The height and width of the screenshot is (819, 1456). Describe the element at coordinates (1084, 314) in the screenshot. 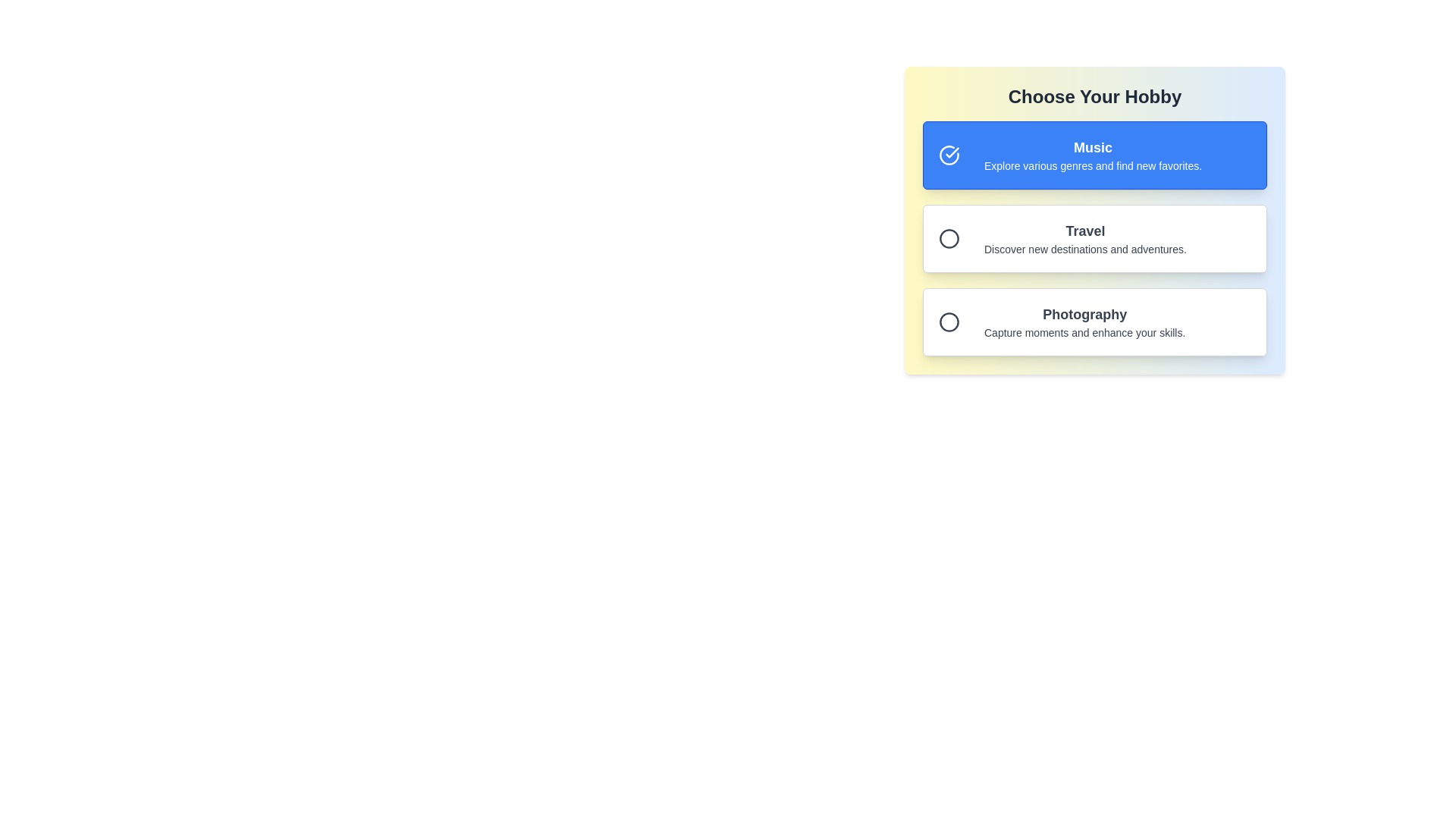

I see `text label displaying 'Photography' which is prominently styled and positioned centrally within its selectable box` at that location.